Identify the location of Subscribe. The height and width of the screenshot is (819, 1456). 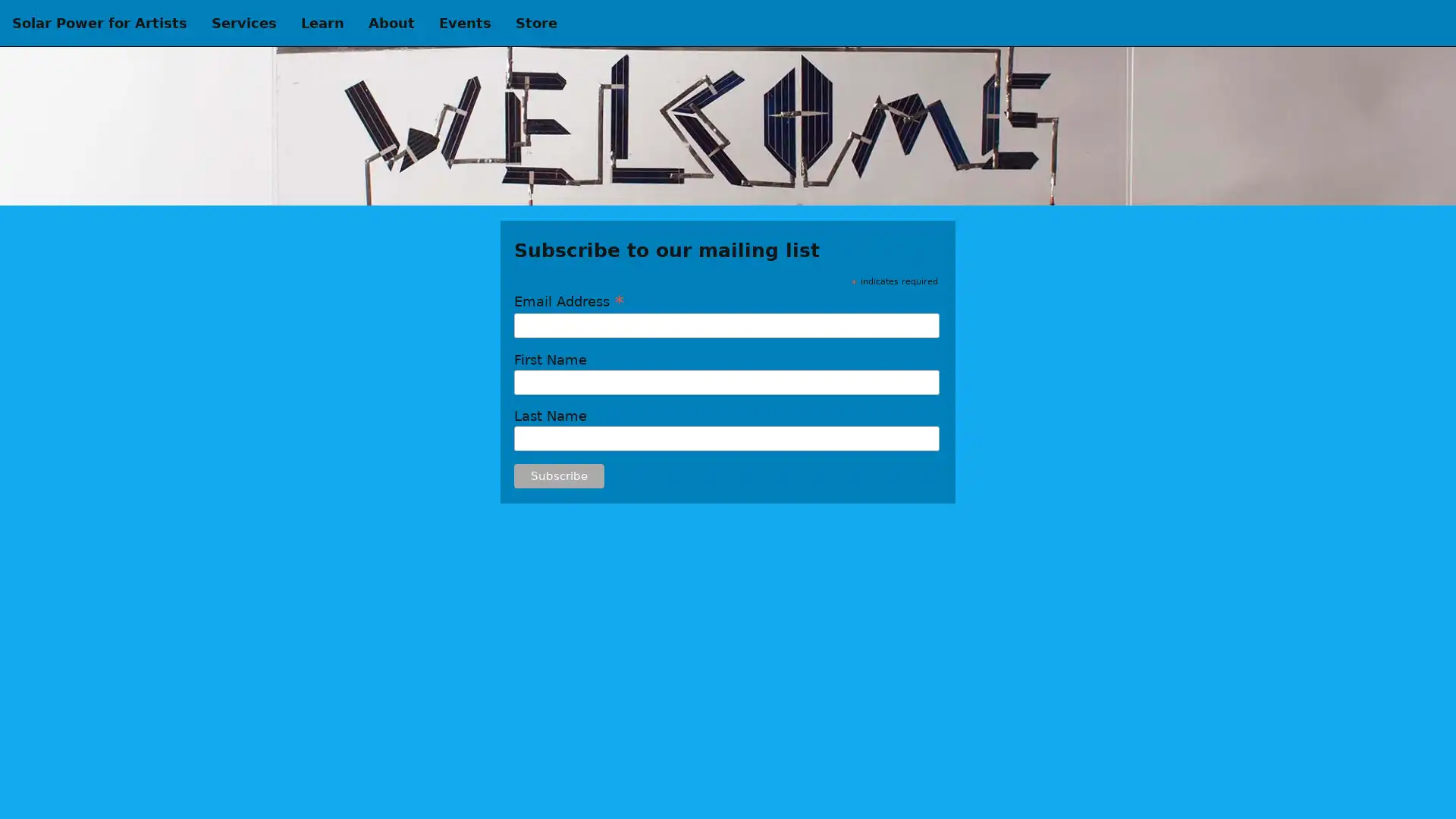
(558, 475).